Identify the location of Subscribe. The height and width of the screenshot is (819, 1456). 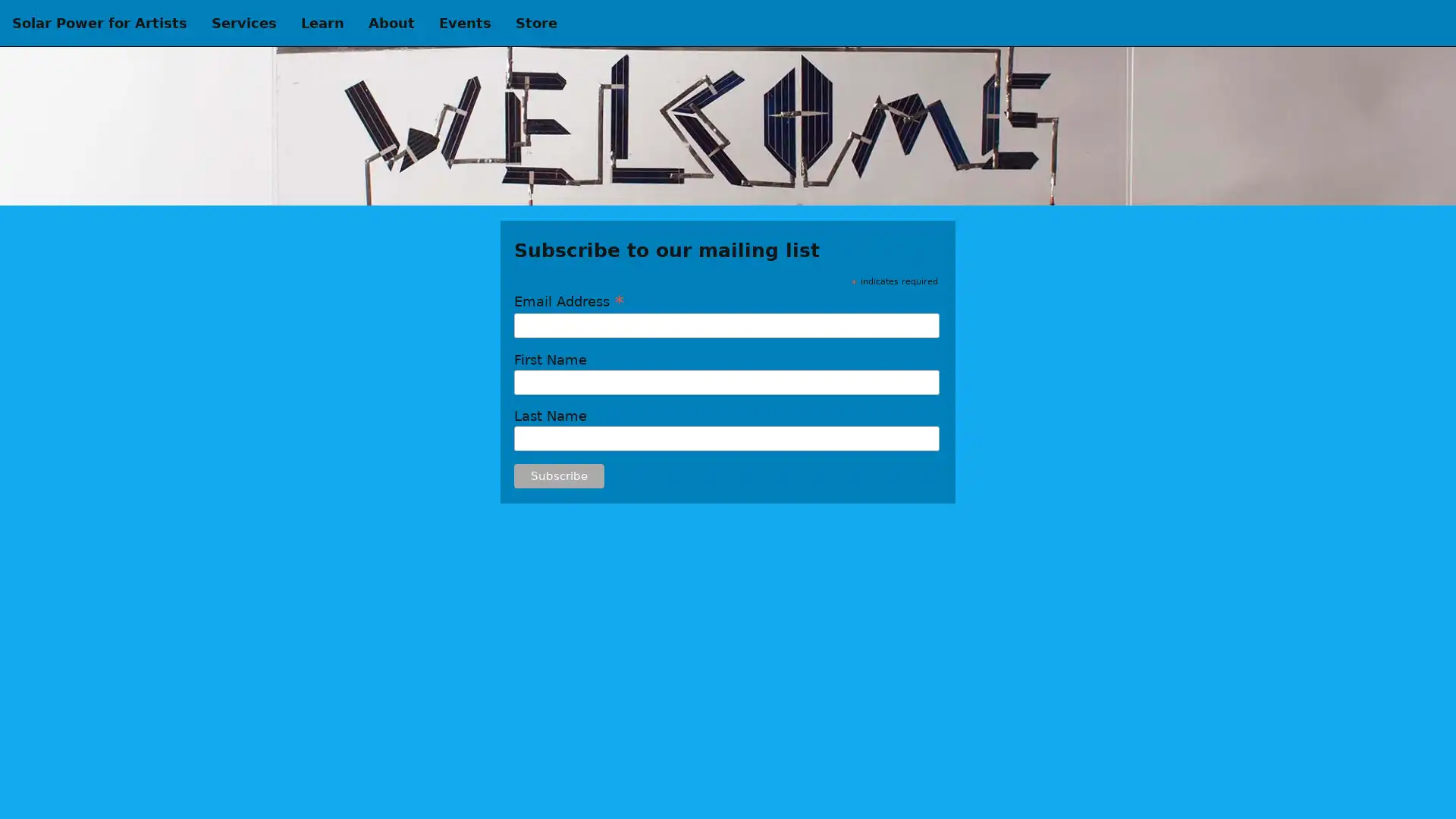
(558, 475).